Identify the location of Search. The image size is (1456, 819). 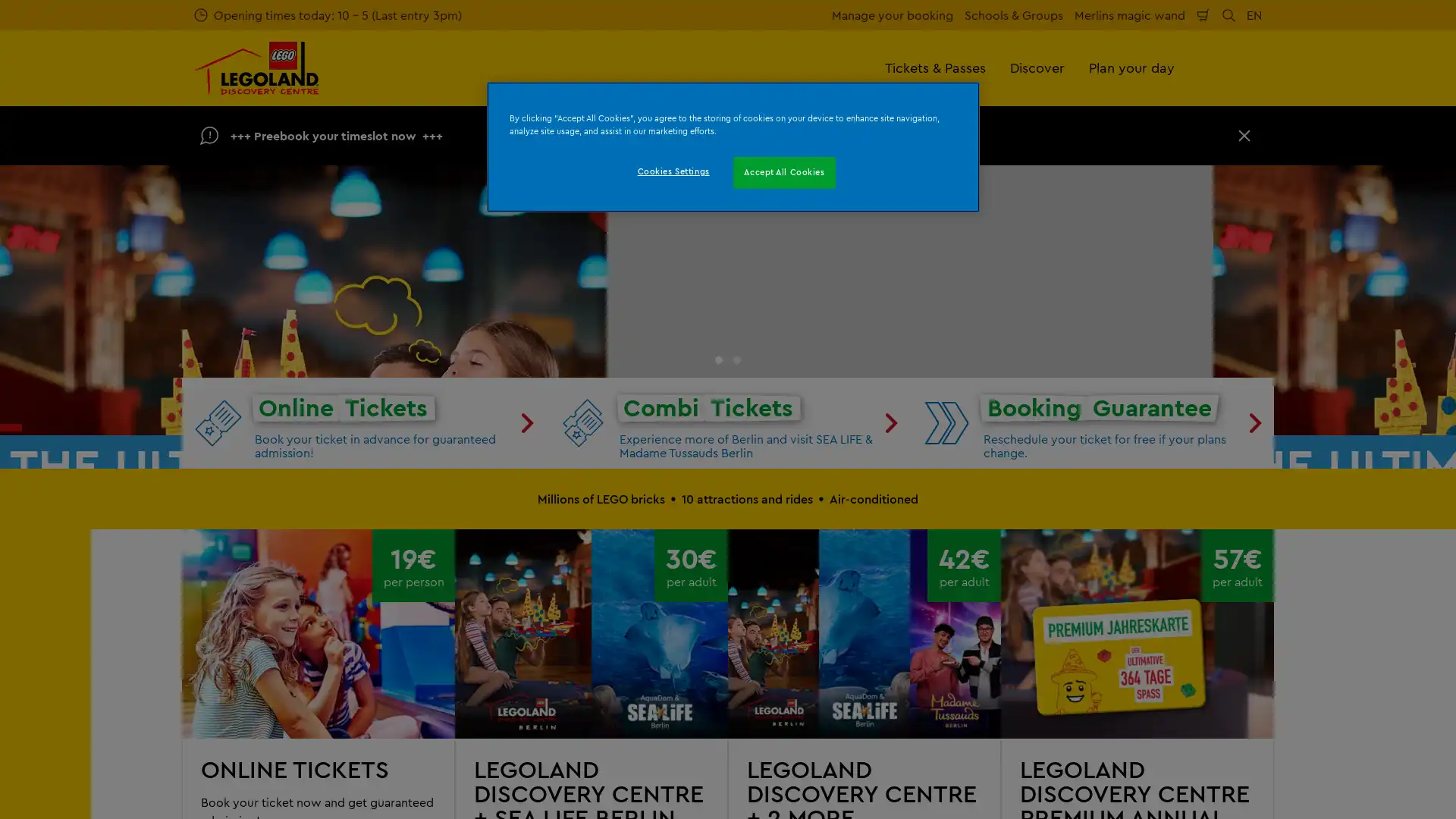
(1228, 14).